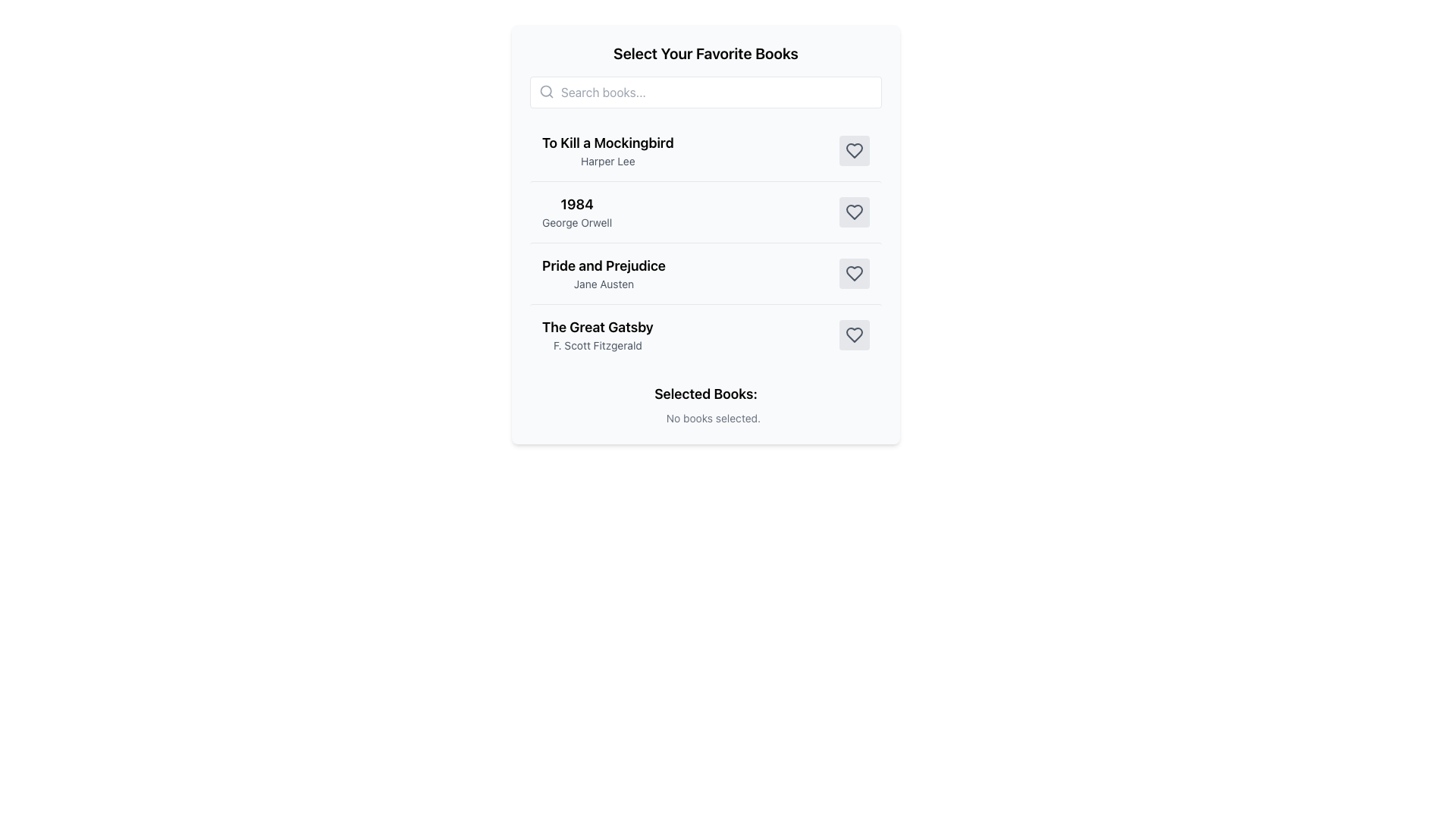 Image resolution: width=1456 pixels, height=819 pixels. Describe the element at coordinates (597, 334) in the screenshot. I see `the text element displaying the book title 'The Great Gatsby' and author, which is the fourth item in the list under 'Select Your Favorite Books.'` at that location.